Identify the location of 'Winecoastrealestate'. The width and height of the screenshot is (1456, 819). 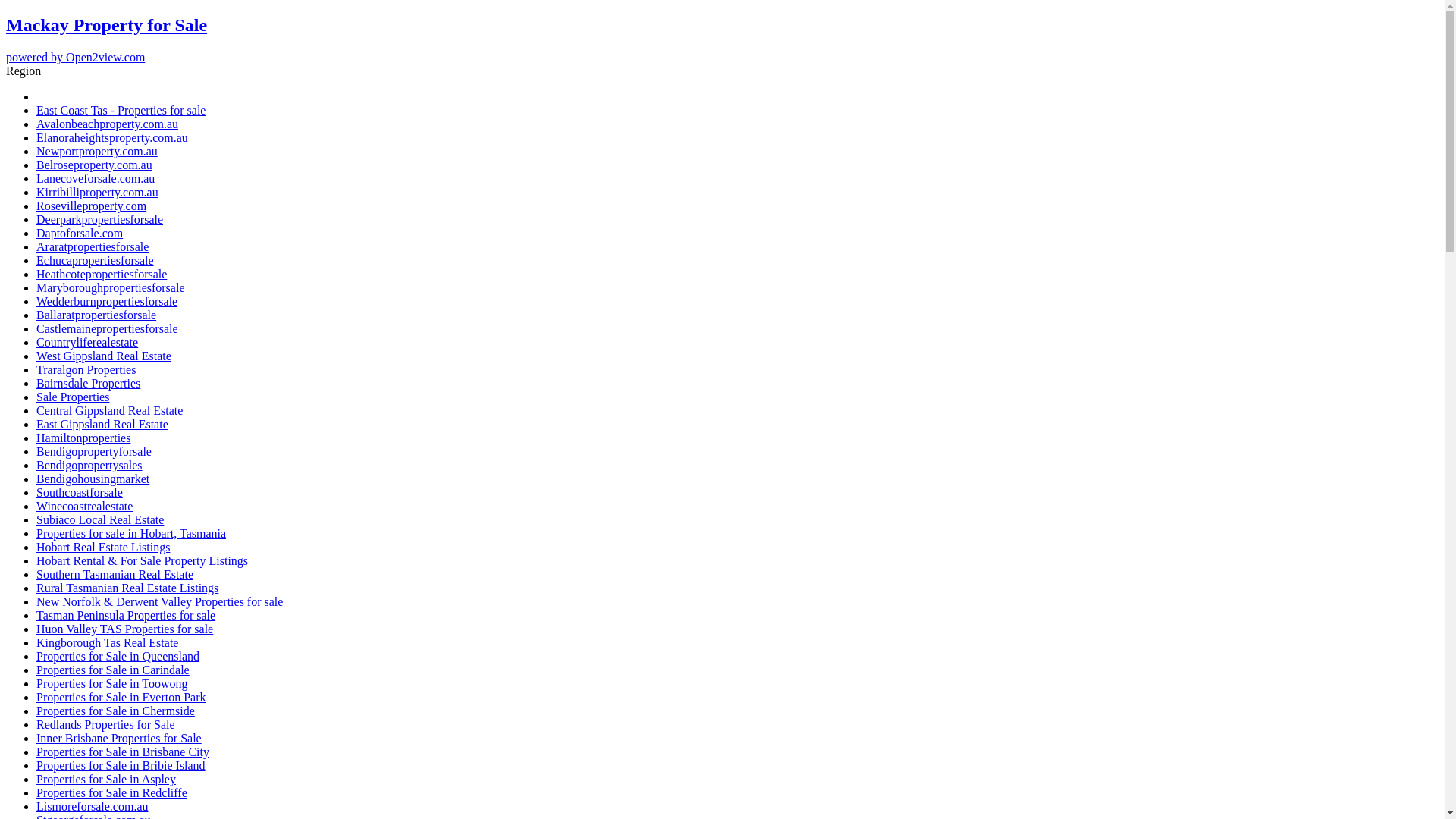
(83, 506).